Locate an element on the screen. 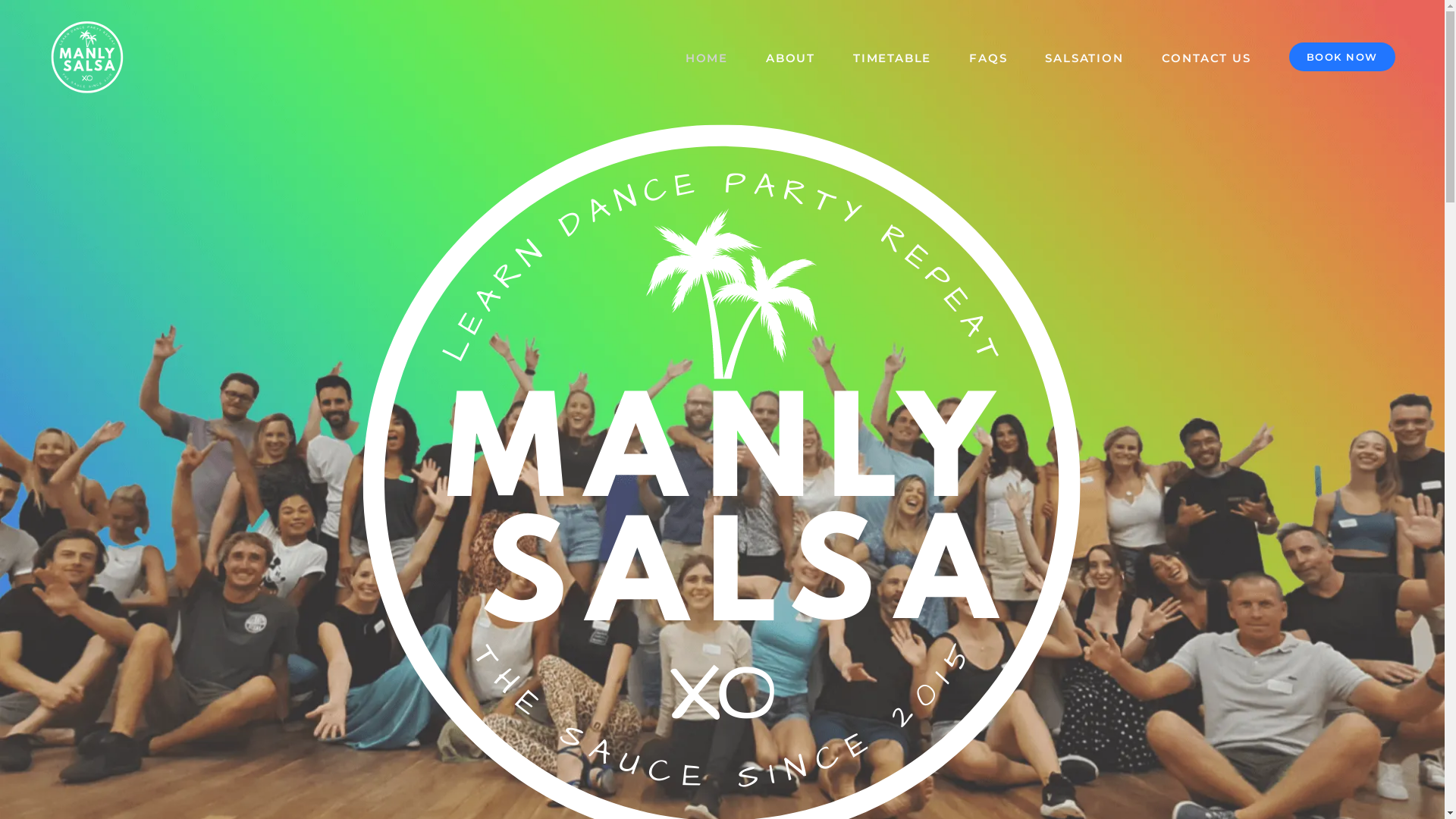  'TIMETABLE' is located at coordinates (892, 55).